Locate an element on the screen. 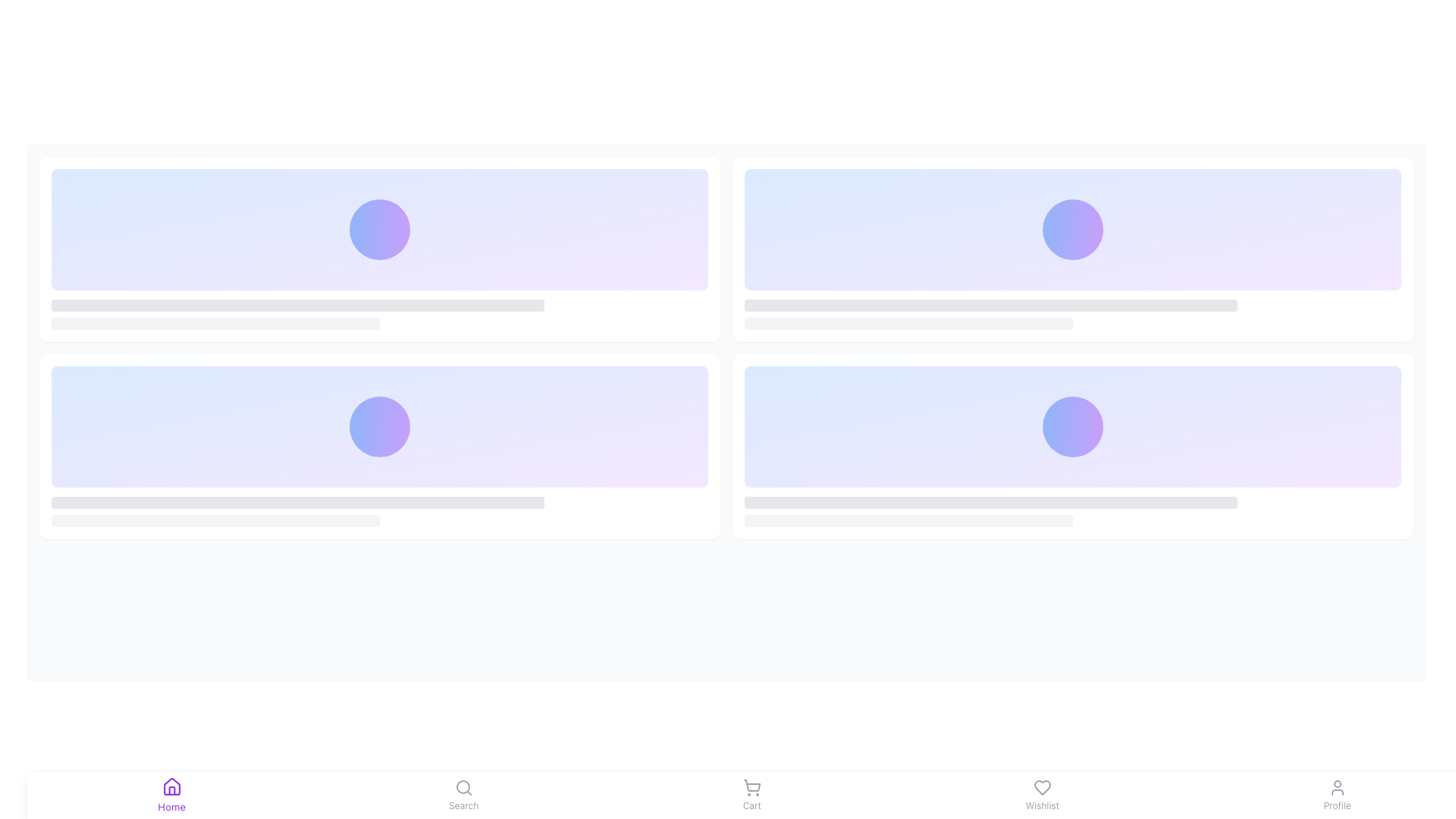 The width and height of the screenshot is (1456, 819). the 'Profile' button located in the bottom navigation bar, which features a user profile icon above the label 'Profile' is located at coordinates (1337, 794).